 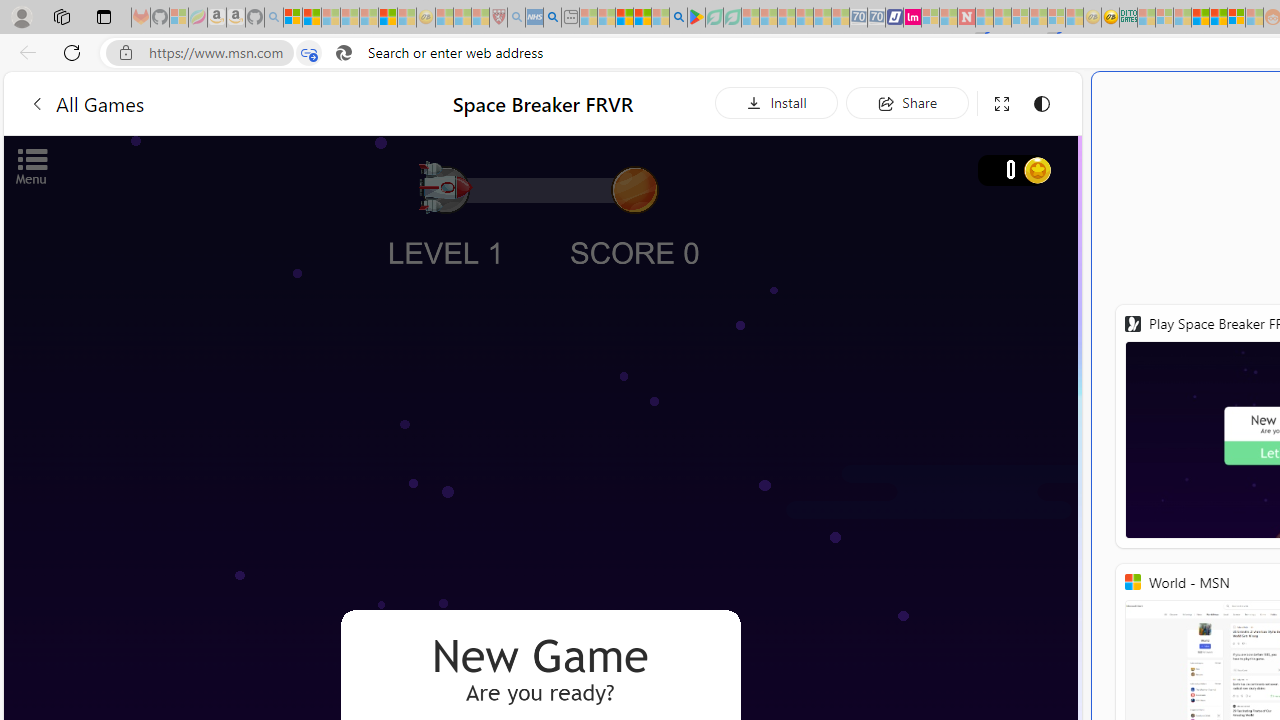 I want to click on 'utah sues federal government - Search', so click(x=552, y=17).